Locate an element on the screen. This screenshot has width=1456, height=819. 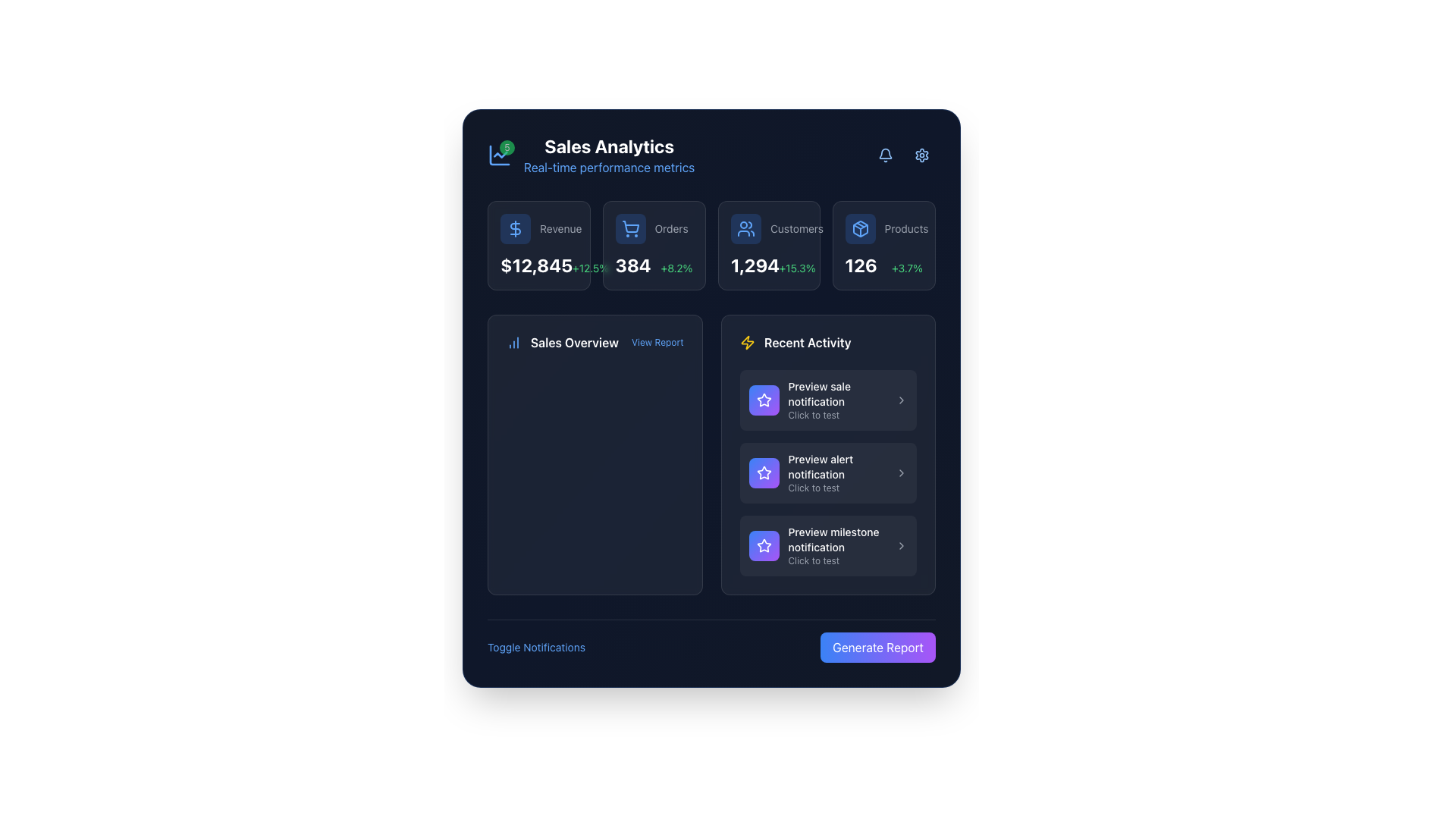
the 'Sales Overview' header element which features a blue bar chart icon and a bold white text label is located at coordinates (561, 342).